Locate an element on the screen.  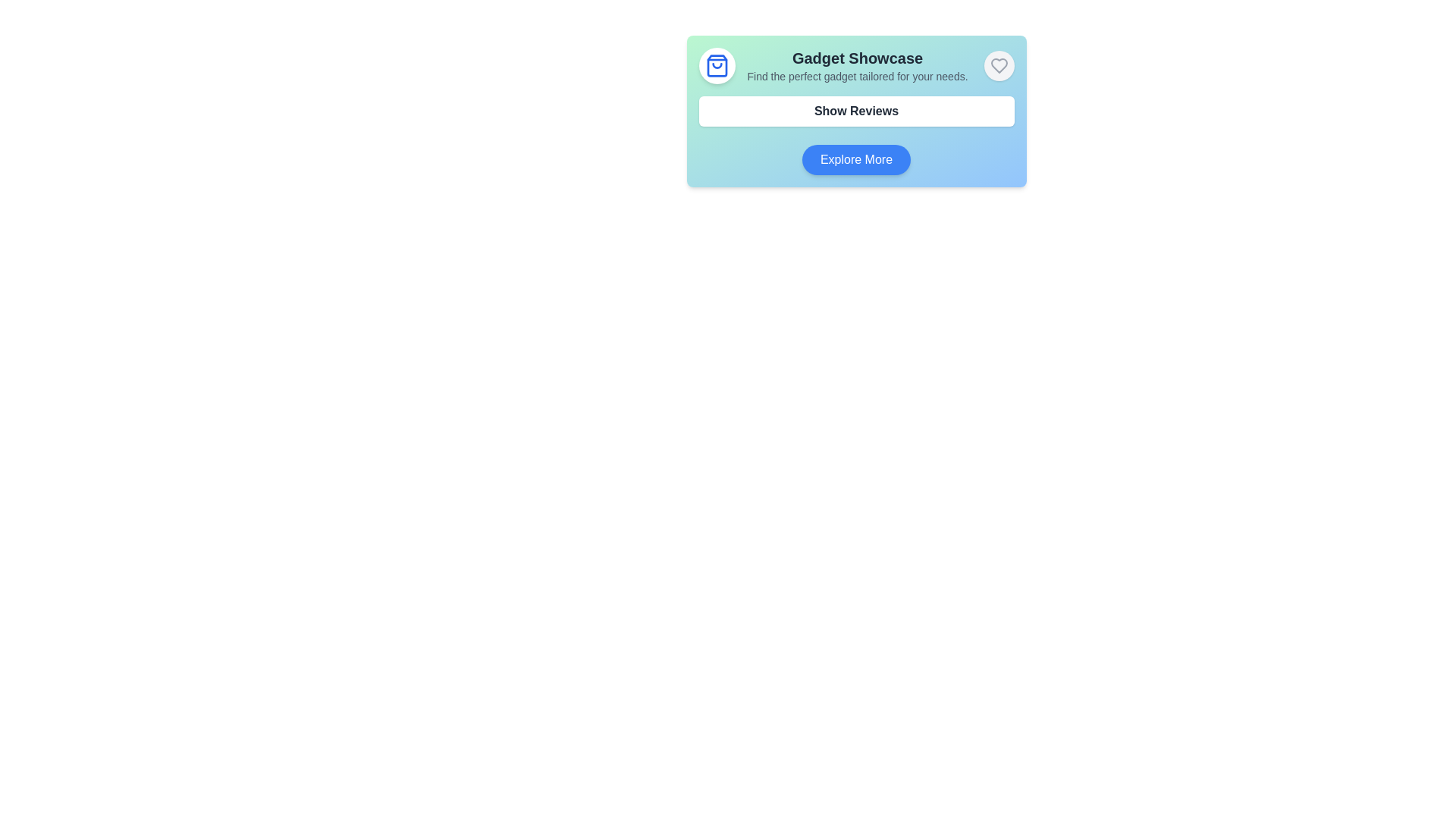
the shopping bag icon located at the top-left corner of the card in the Gadget Showcase interface is located at coordinates (716, 65).